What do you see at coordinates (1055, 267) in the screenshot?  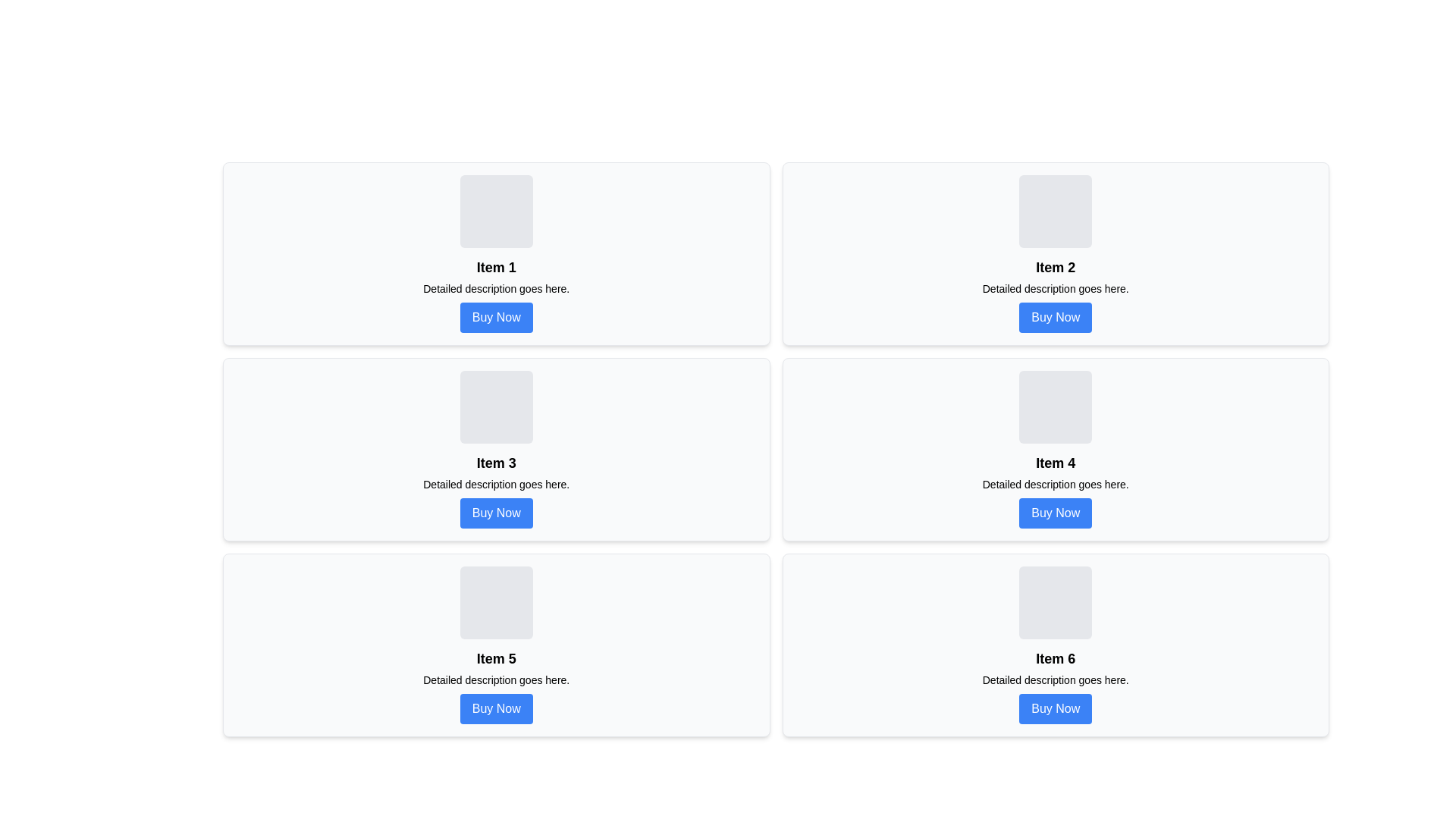 I see `the text label that displays 'Item 2', which is the title of the second item in a grid layout, located below a square placeholder image and above a descriptive text and a button` at bounding box center [1055, 267].